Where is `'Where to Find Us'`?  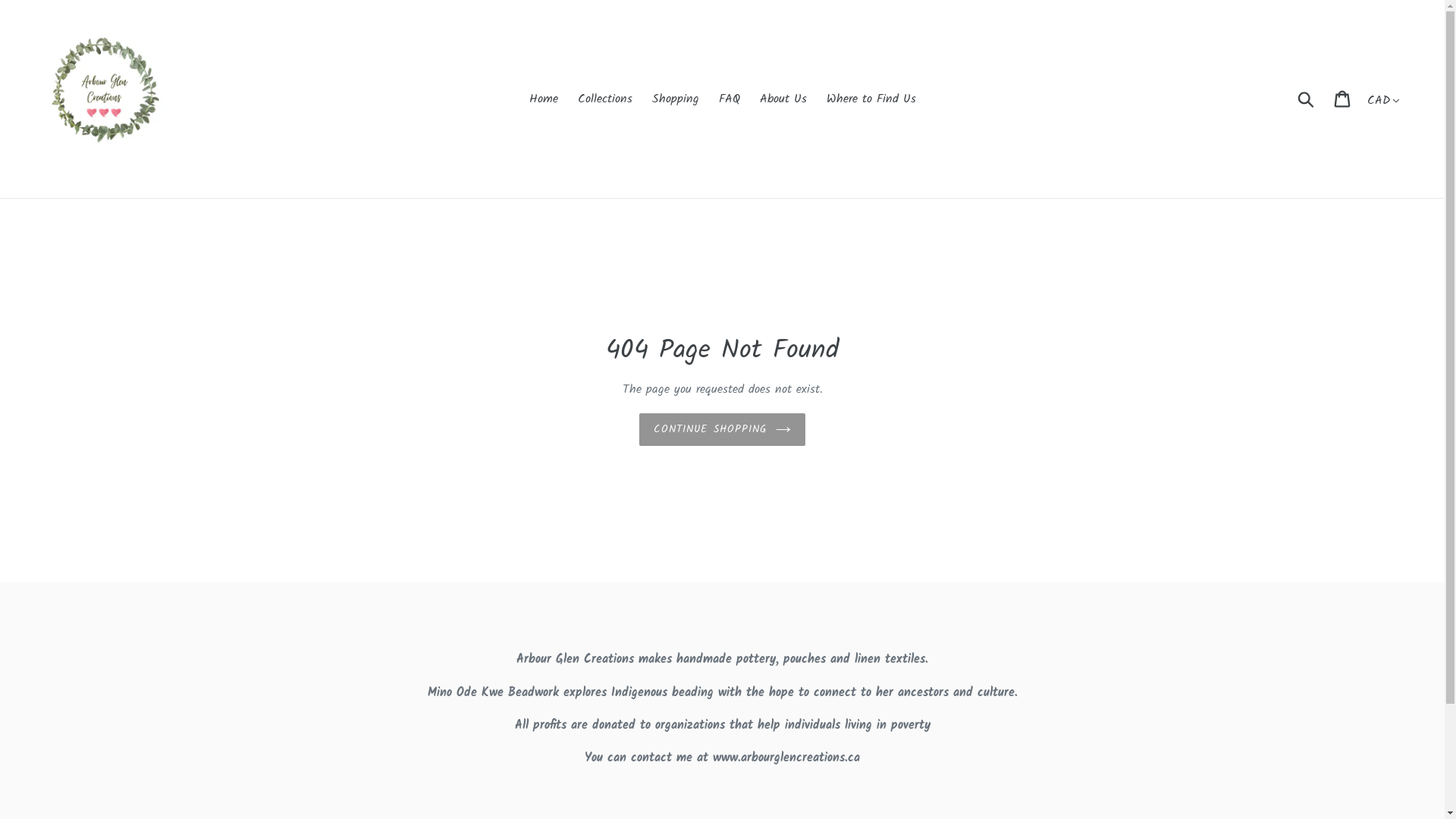
'Where to Find Us' is located at coordinates (871, 99).